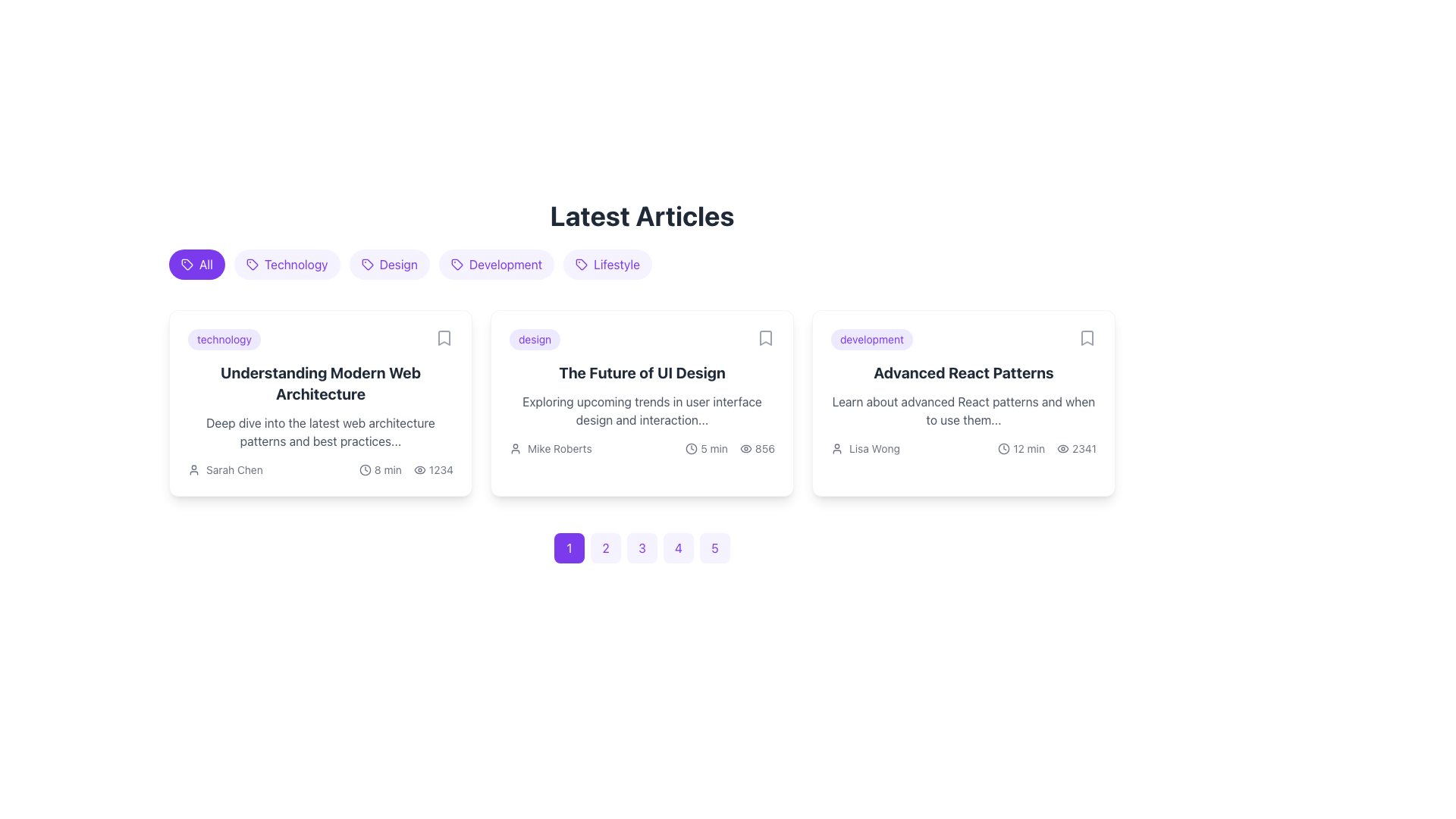 The image size is (1456, 819). What do you see at coordinates (380, 469) in the screenshot?
I see `estimated reading time information displayed on the Text Label with Icon located in the bottom-left portion of the 'Understanding Modern Web Architecture' article card, just under the author's name` at bounding box center [380, 469].